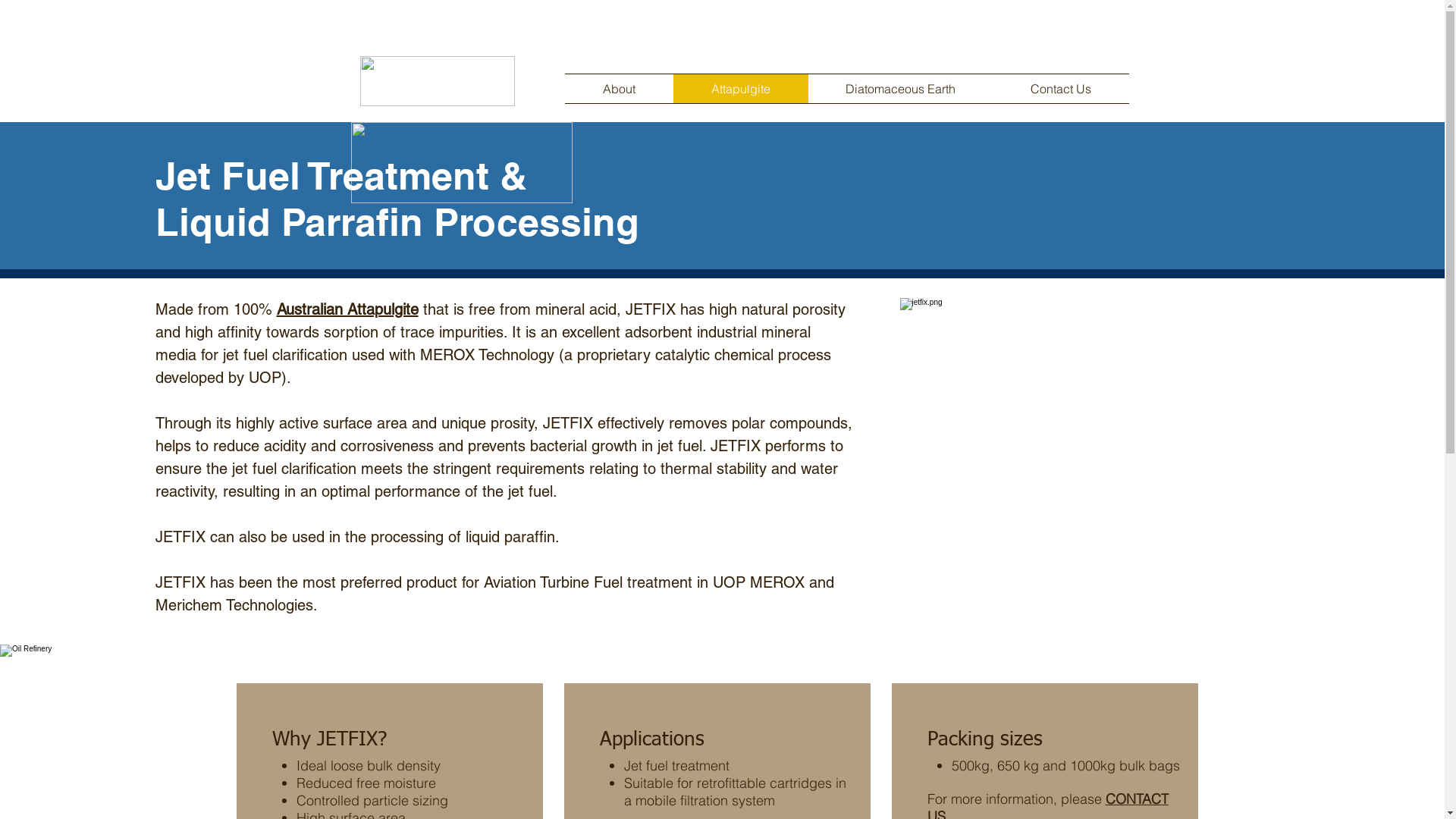 This screenshot has width=1456, height=819. I want to click on 'Contact Us', so click(1060, 88).